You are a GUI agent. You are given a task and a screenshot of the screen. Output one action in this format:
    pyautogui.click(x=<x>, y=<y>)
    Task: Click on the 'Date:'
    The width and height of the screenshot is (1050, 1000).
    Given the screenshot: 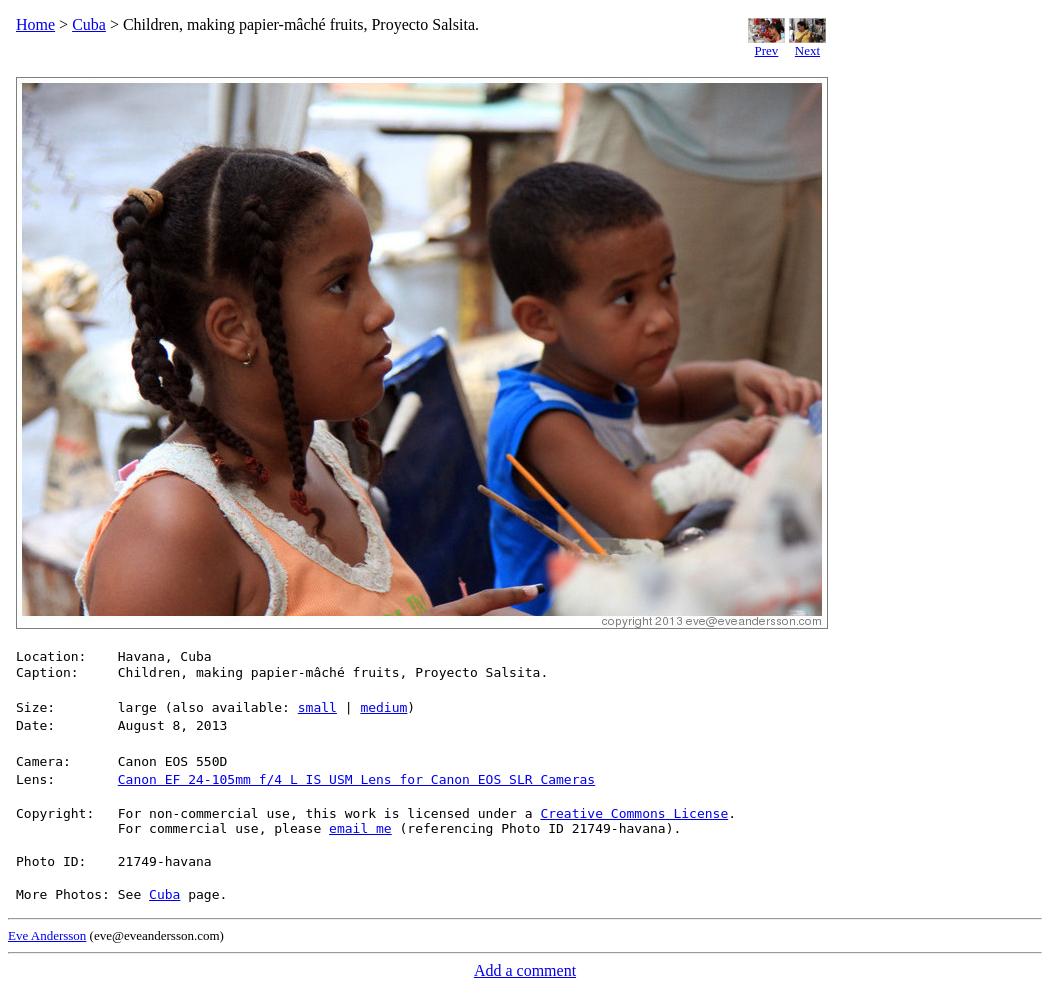 What is the action you would take?
    pyautogui.click(x=35, y=724)
    